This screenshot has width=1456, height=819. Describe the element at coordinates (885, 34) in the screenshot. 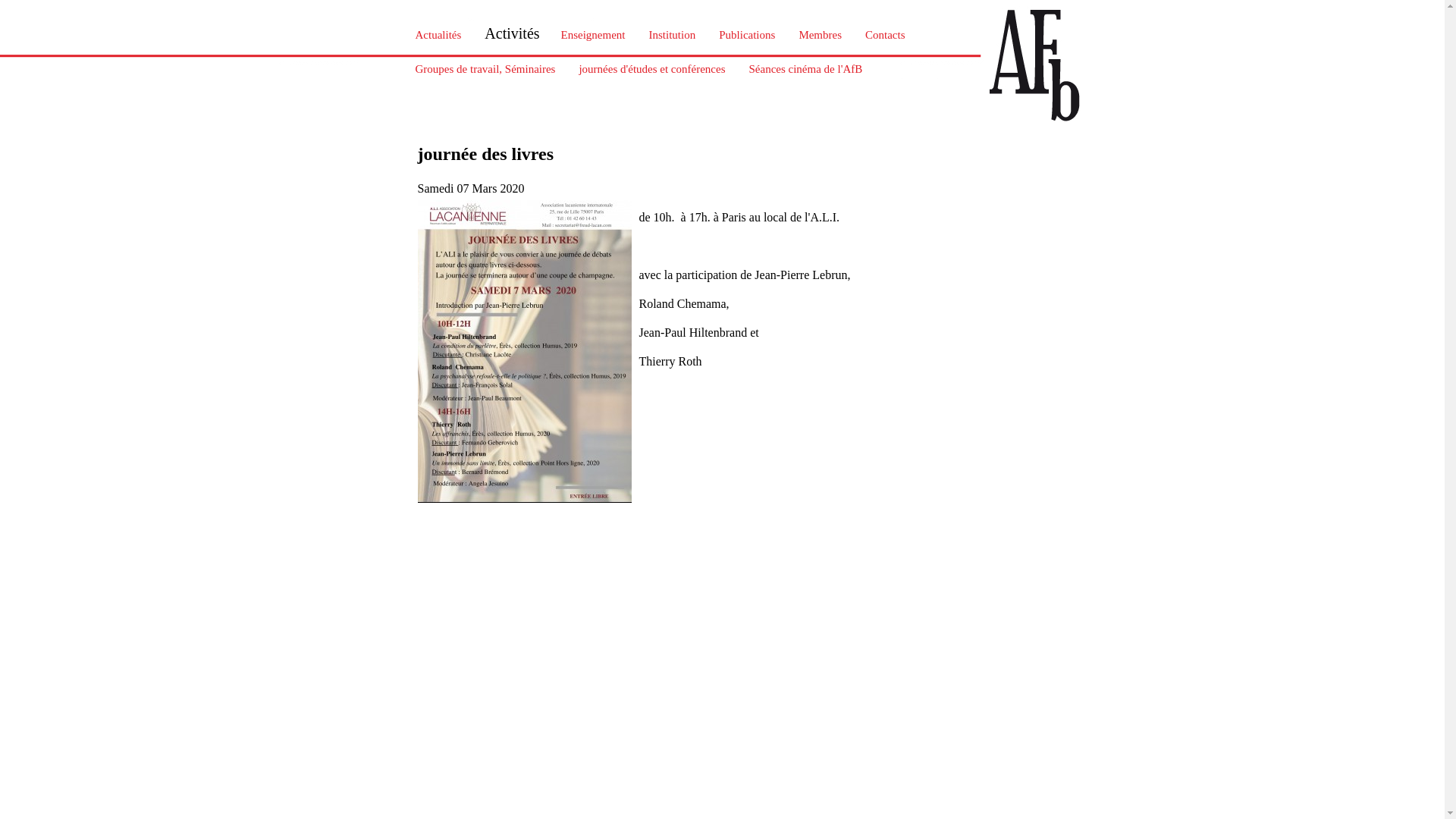

I see `'Contacts'` at that location.